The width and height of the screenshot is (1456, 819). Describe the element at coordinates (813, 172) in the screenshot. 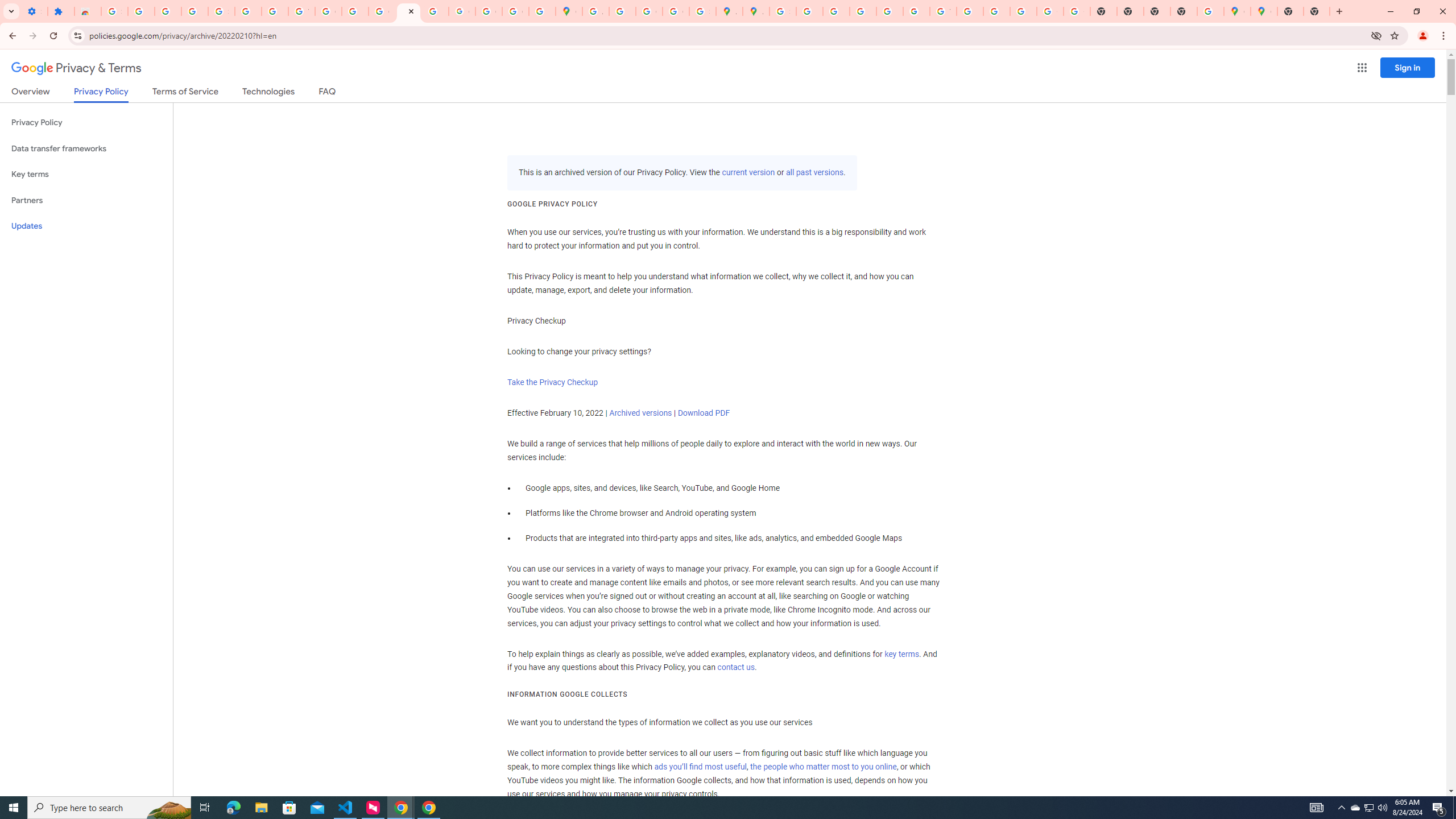

I see `'all past versions'` at that location.